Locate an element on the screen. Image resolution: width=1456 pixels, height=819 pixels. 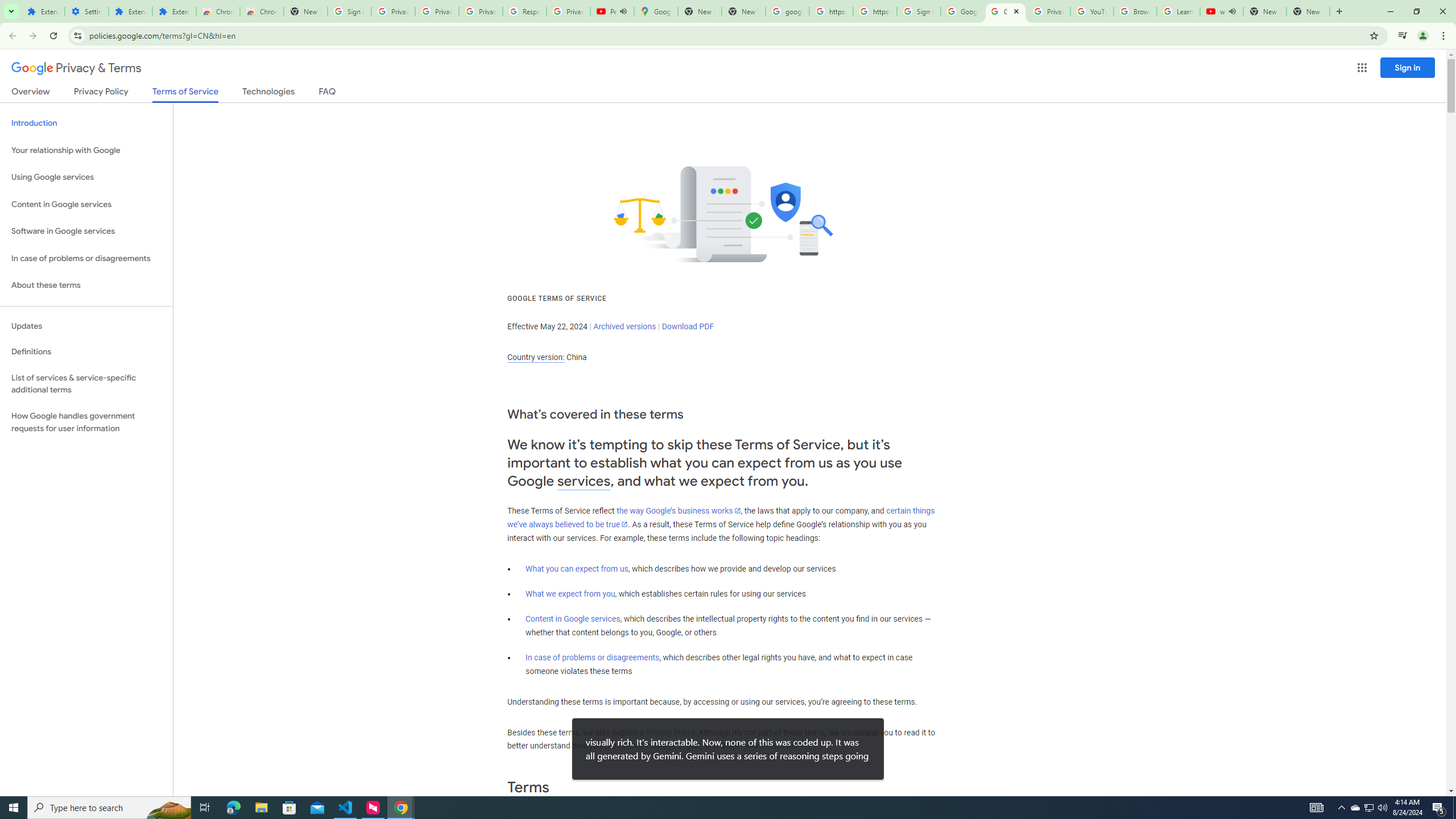
'Browse Chrome as a guest - Computer - Google Chrome Help' is located at coordinates (1134, 11).